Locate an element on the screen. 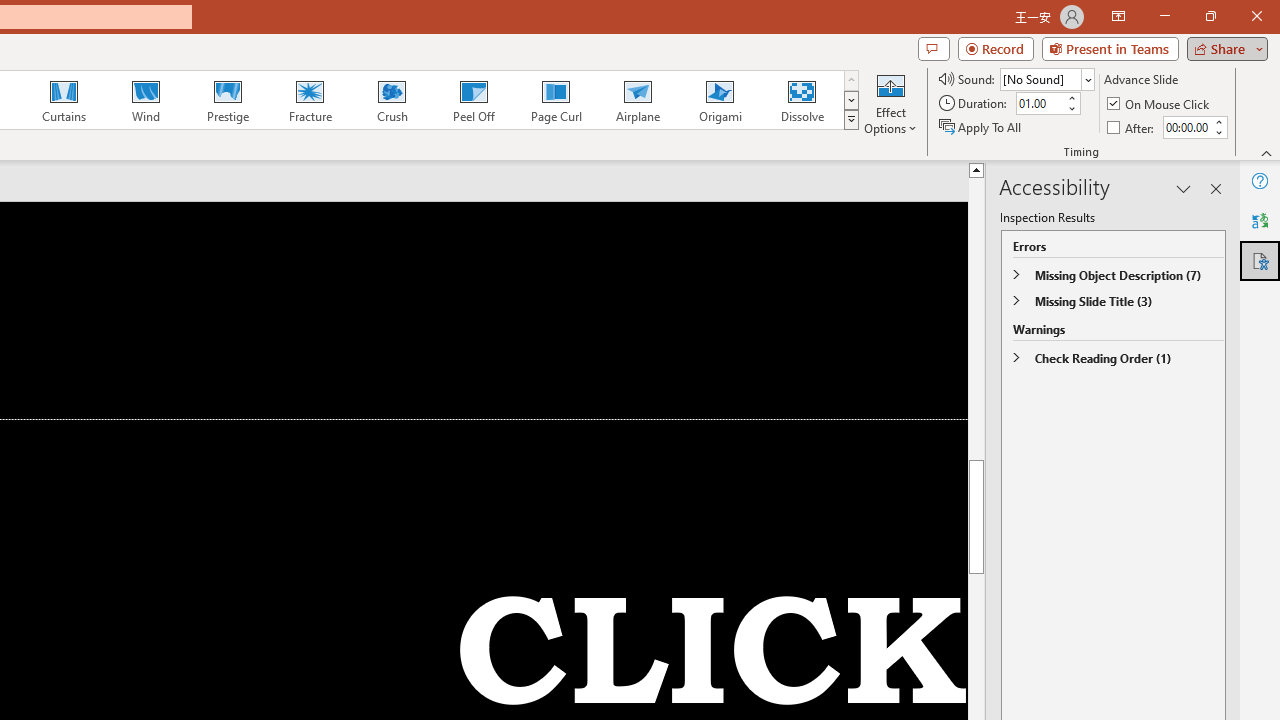  'Duration' is located at coordinates (1040, 103).